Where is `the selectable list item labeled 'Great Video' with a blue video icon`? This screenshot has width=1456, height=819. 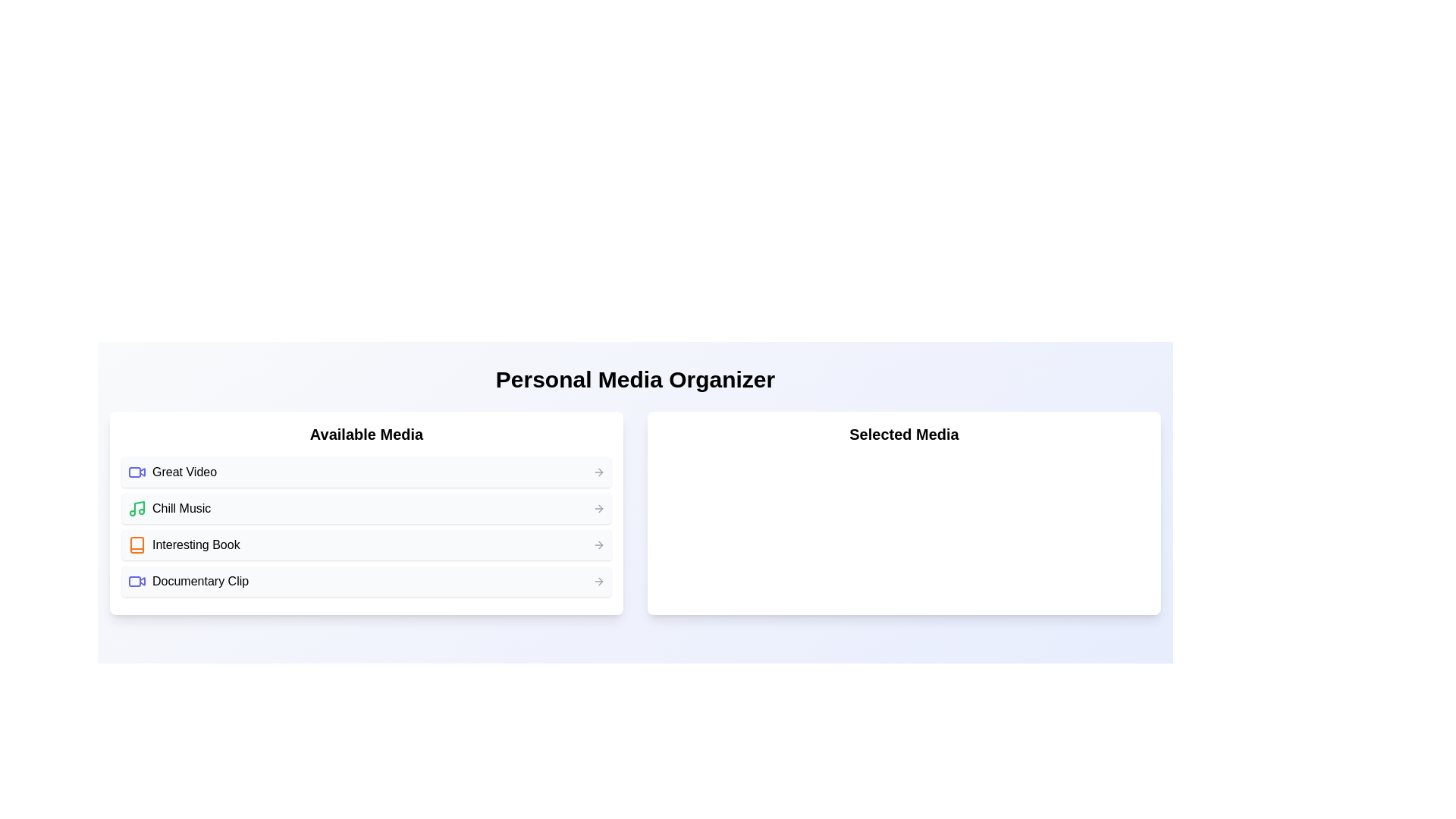
the selectable list item labeled 'Great Video' with a blue video icon is located at coordinates (172, 472).